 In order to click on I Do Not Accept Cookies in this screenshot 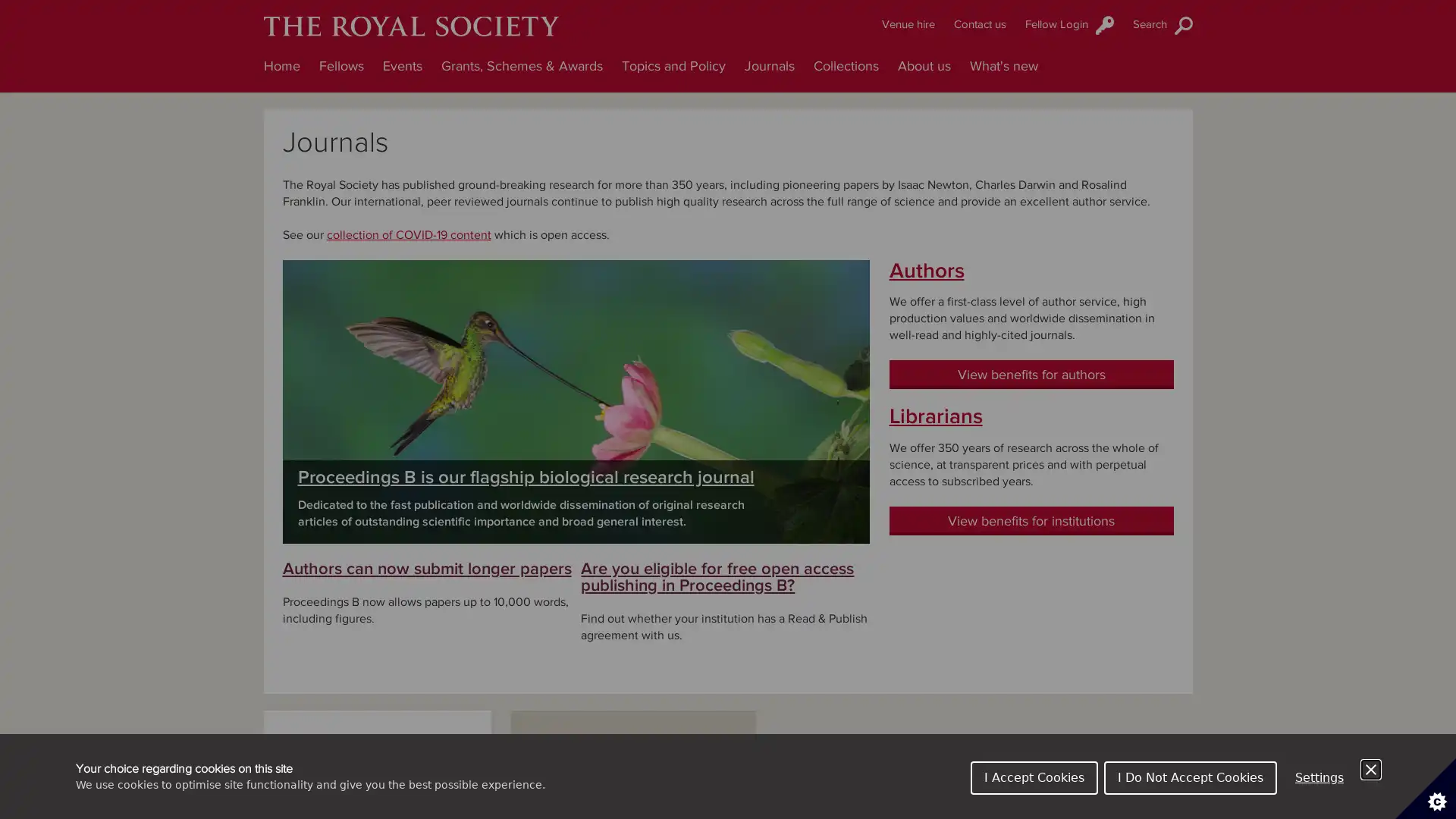, I will do `click(1189, 778)`.